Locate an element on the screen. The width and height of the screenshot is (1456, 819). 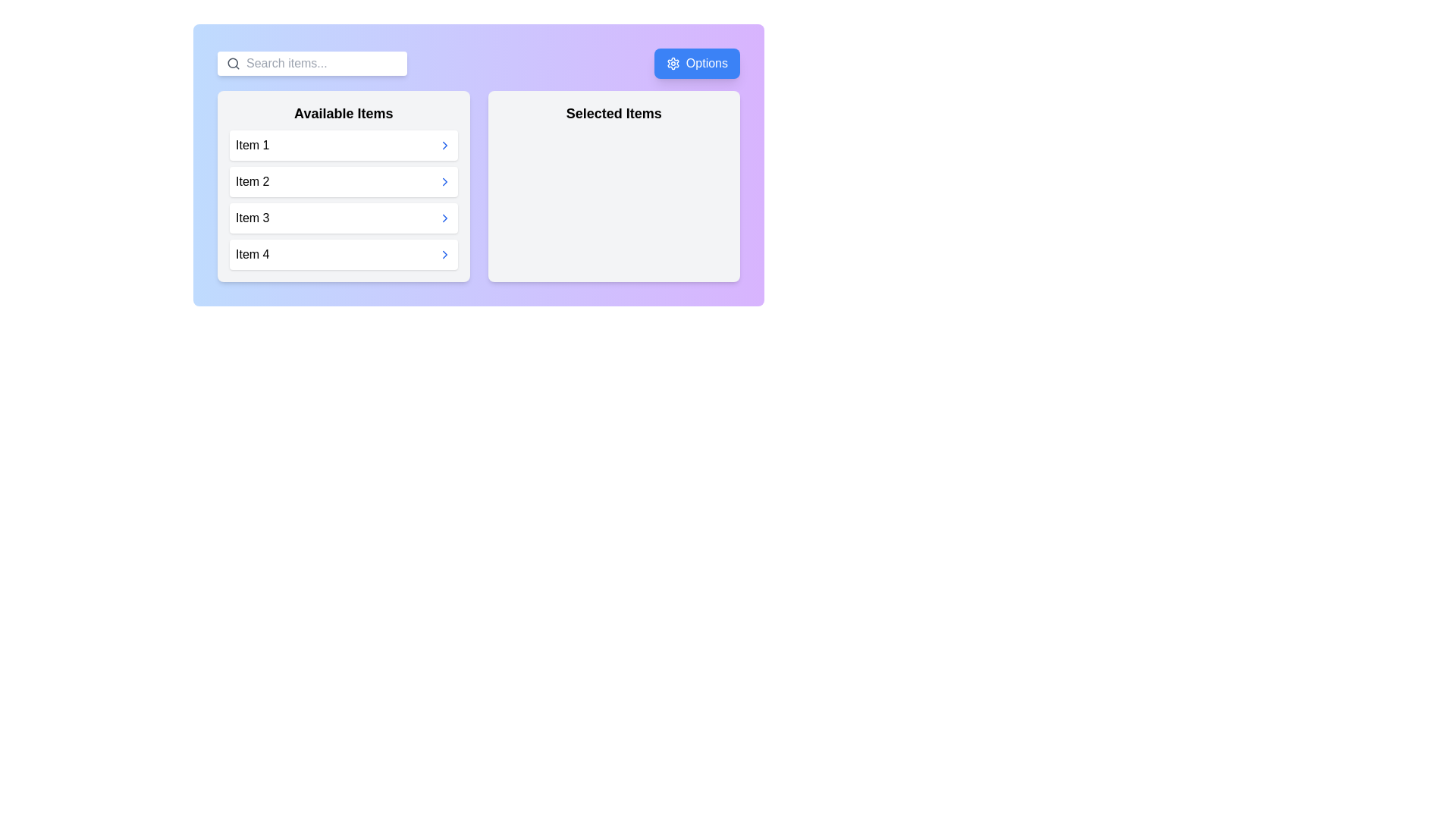
'Options' button to access additional settings is located at coordinates (696, 63).